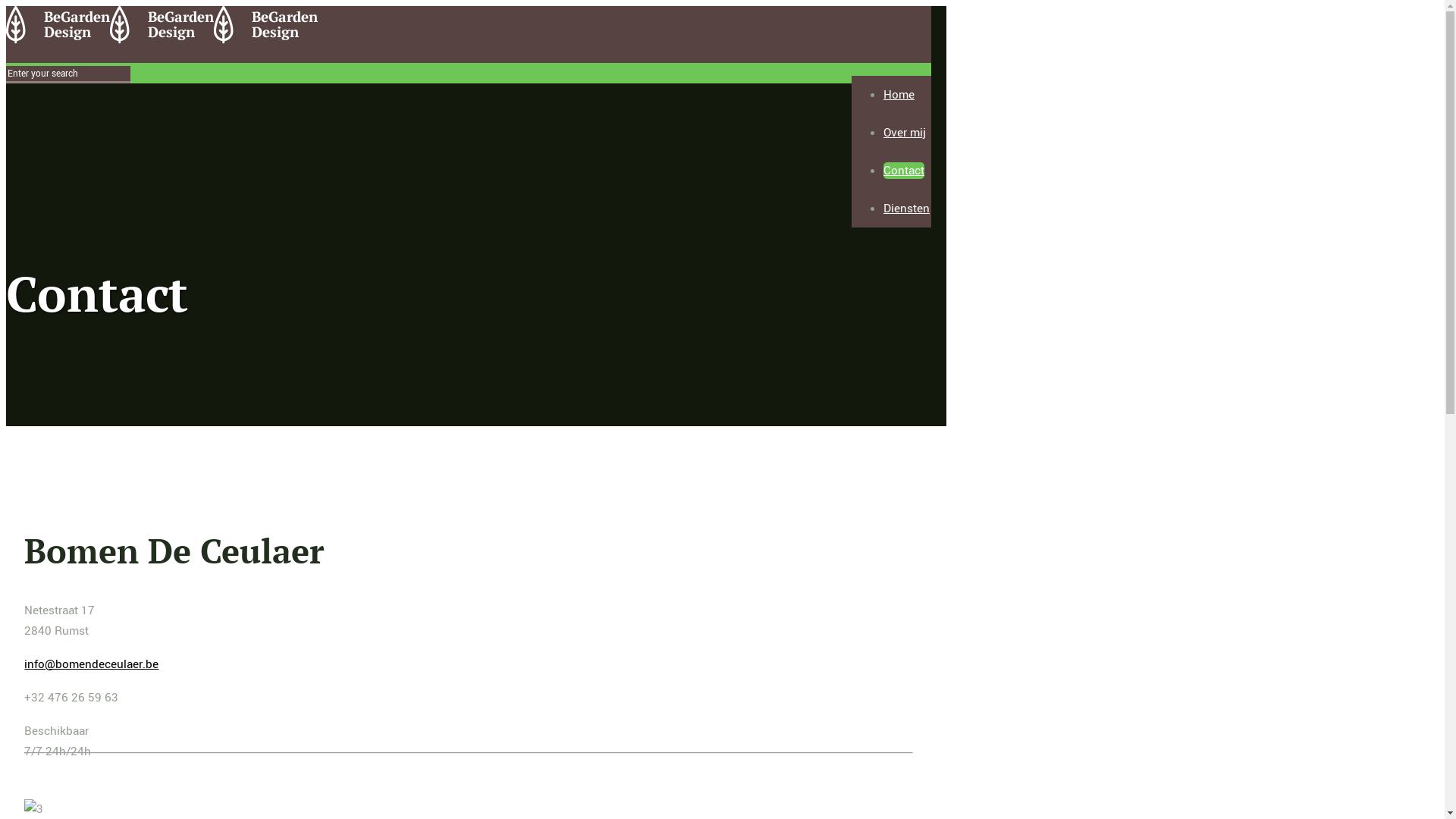  What do you see at coordinates (883, 131) in the screenshot?
I see `'Over mij'` at bounding box center [883, 131].